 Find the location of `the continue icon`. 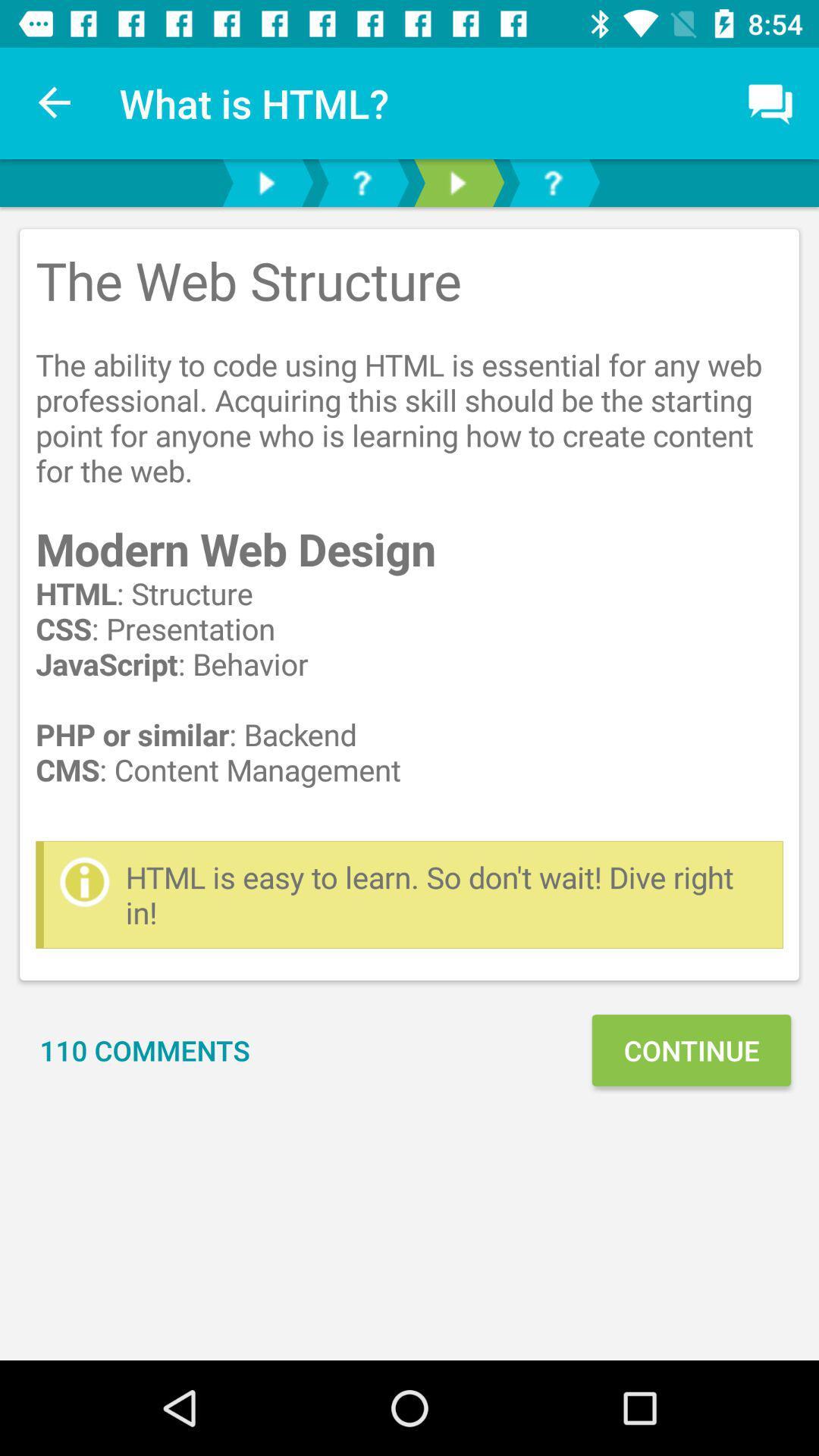

the continue icon is located at coordinates (691, 1050).